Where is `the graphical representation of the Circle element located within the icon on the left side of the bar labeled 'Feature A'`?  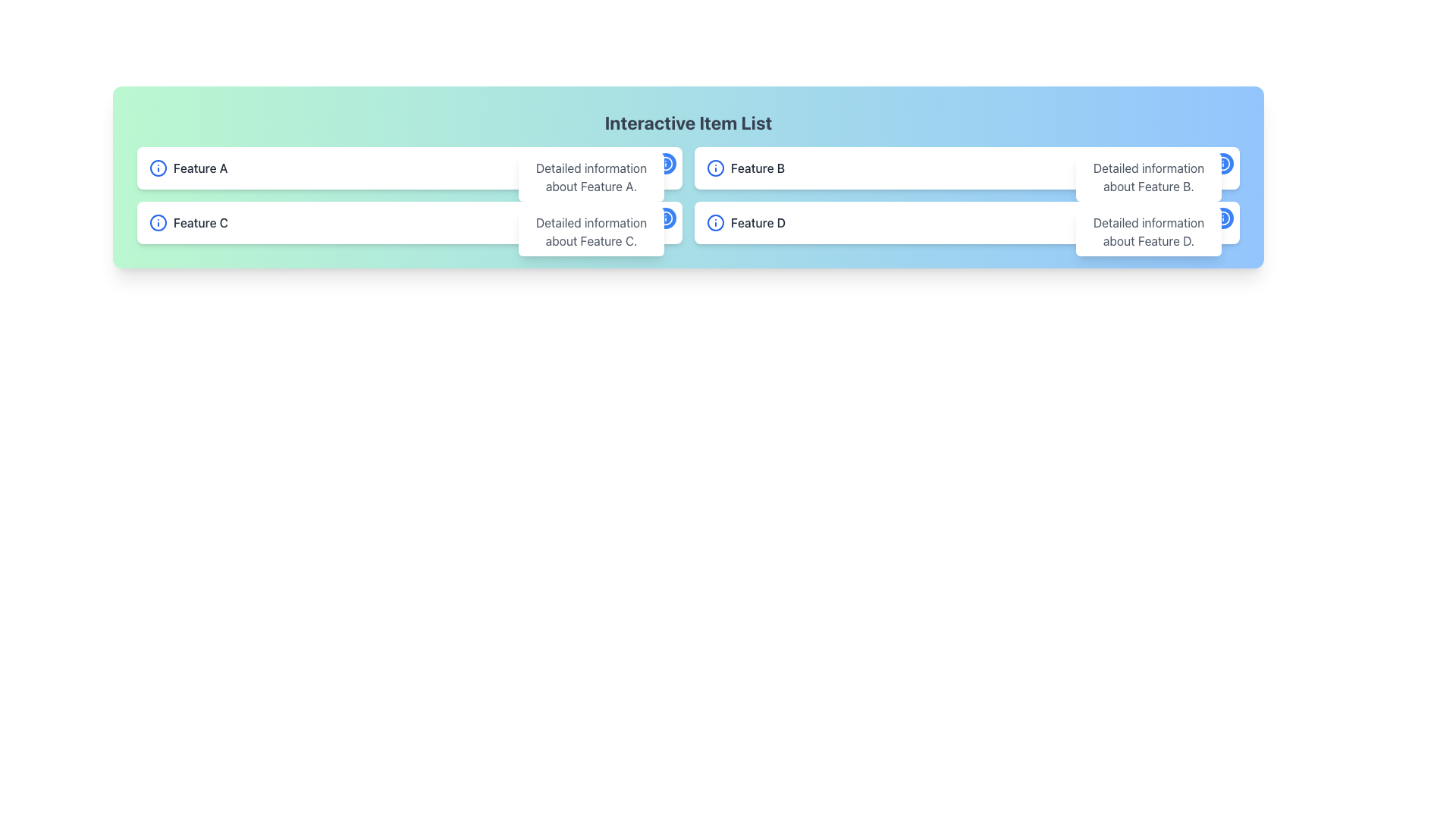 the graphical representation of the Circle element located within the icon on the left side of the bar labeled 'Feature A' is located at coordinates (158, 168).